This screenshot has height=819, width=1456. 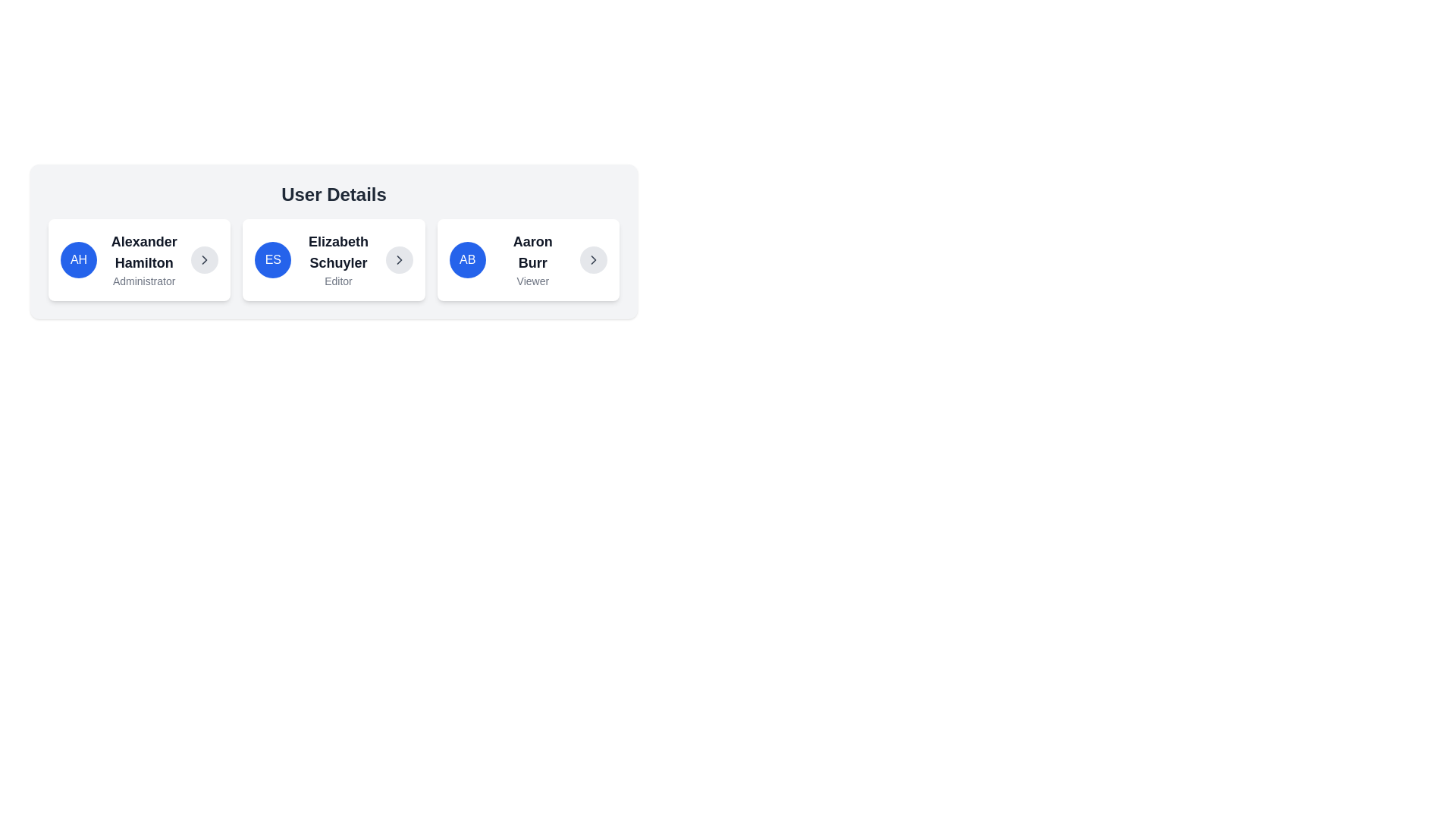 I want to click on the static text label displaying 'Aaron Burr' in the third user card located in the user details section, so click(x=532, y=251).